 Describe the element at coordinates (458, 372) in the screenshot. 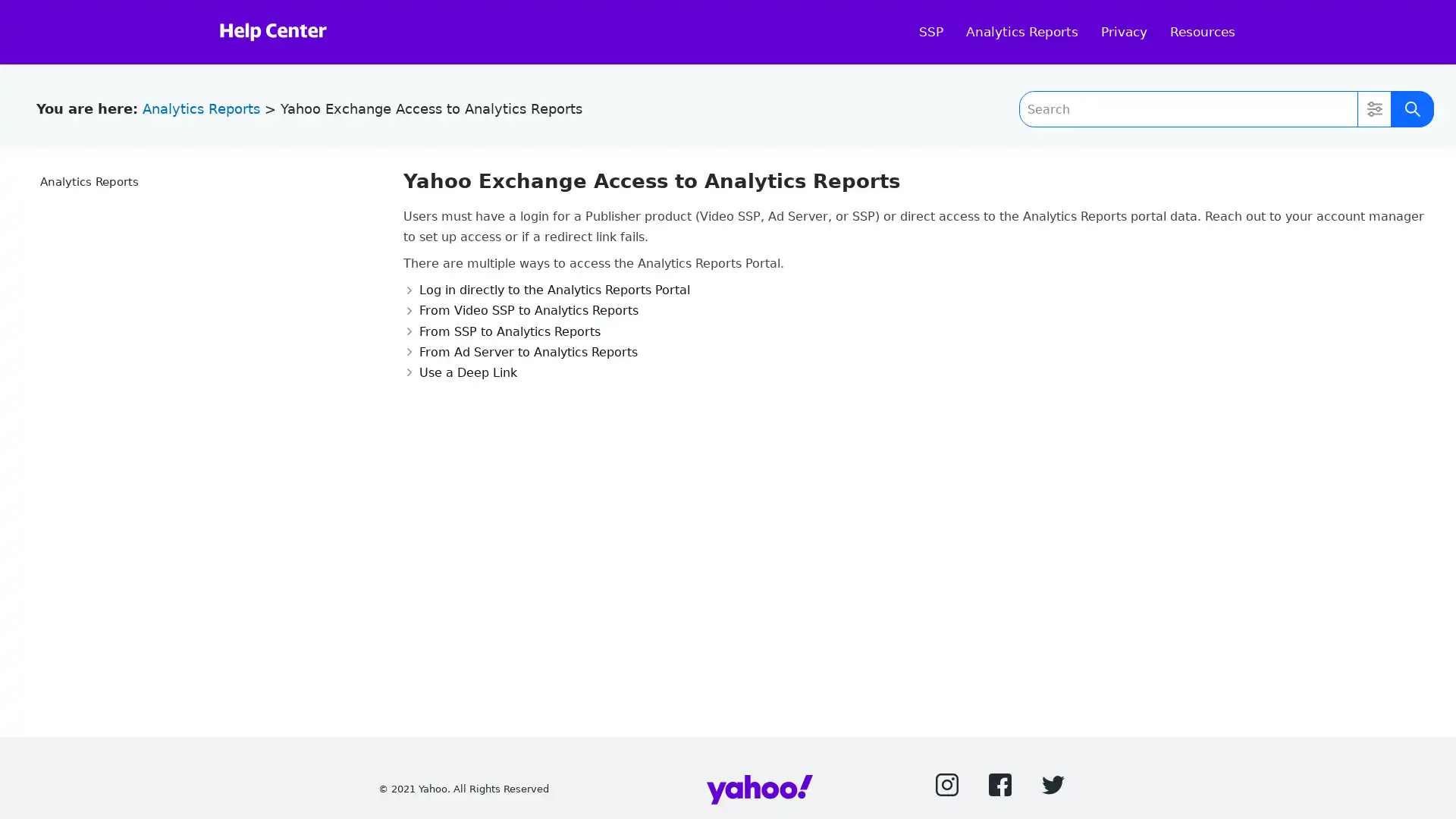

I see `Closed Use a Deep Link` at that location.